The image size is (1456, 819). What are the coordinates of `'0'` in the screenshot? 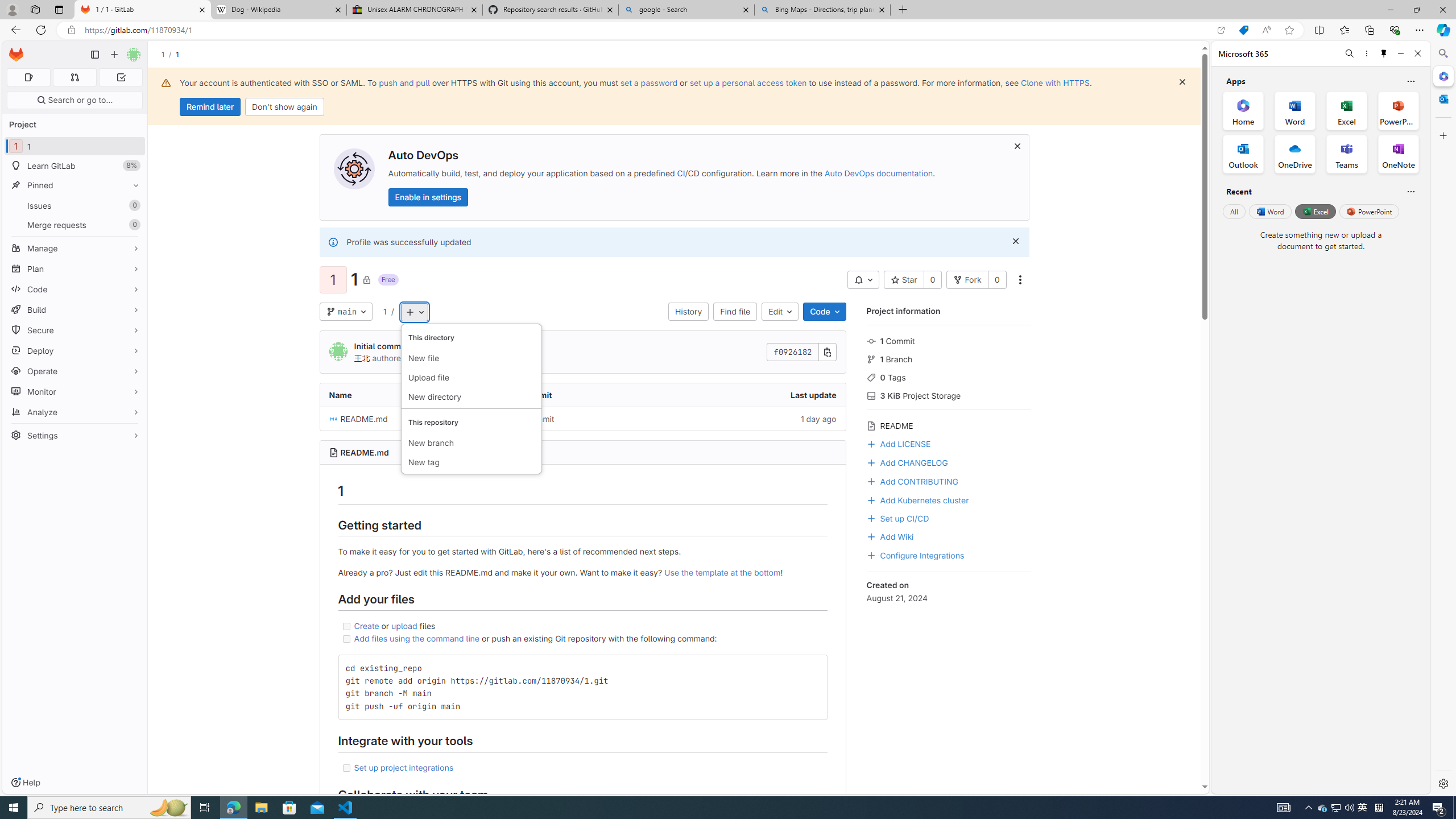 It's located at (996, 279).